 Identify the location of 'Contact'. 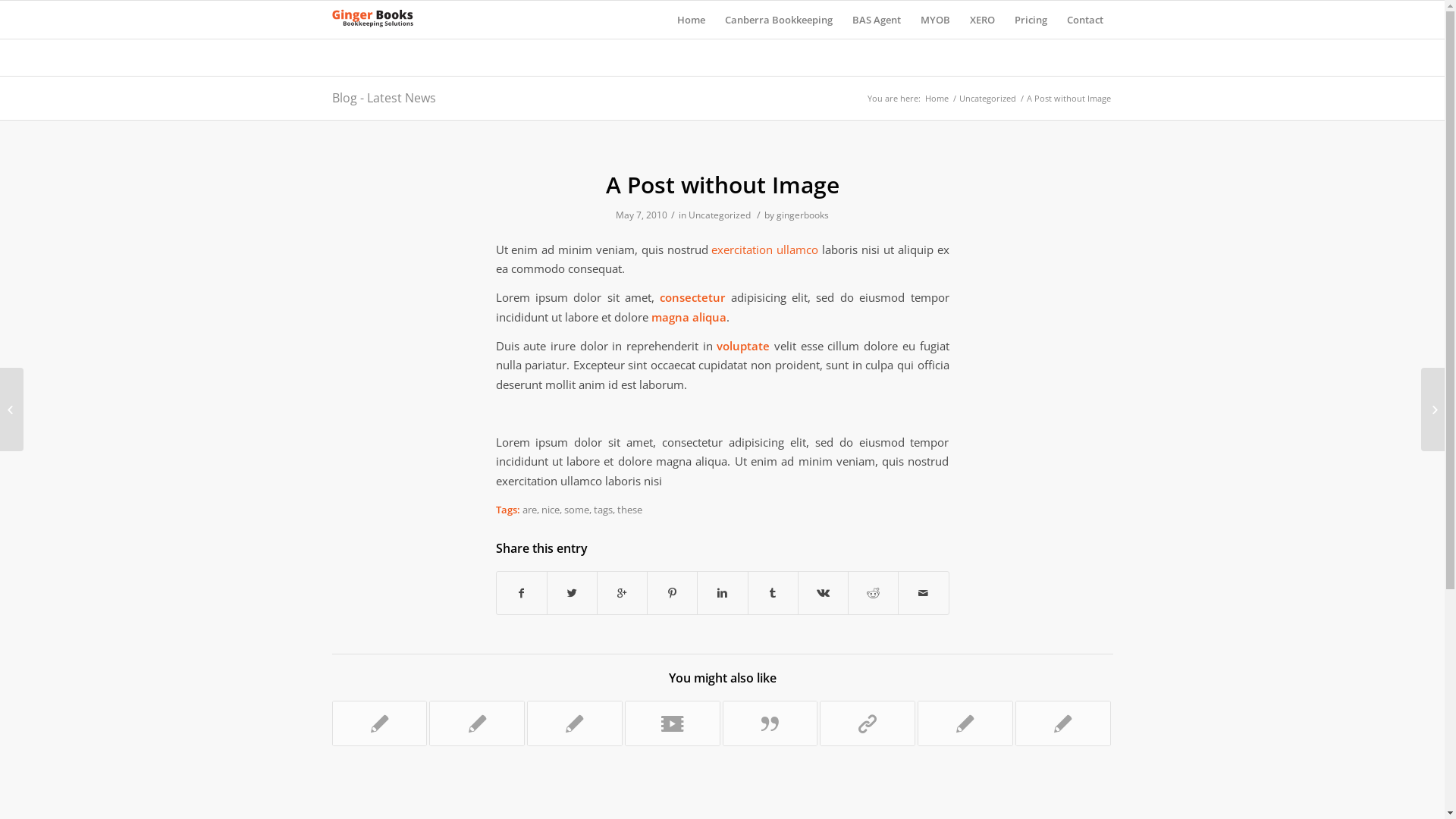
(1084, 20).